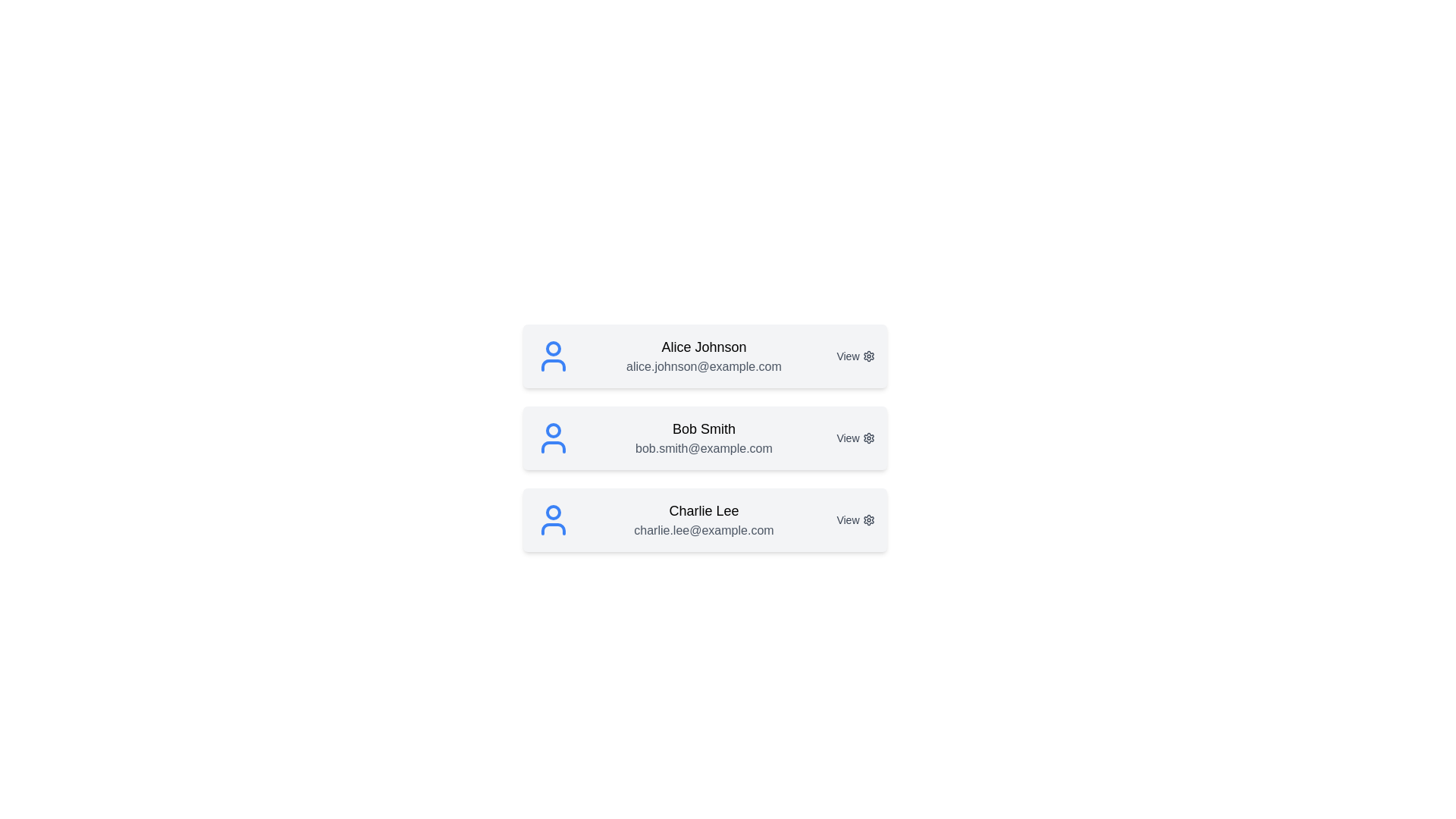  What do you see at coordinates (868, 519) in the screenshot?
I see `the settings gear icon, which is a small circular gear icon with visible teeth, located to the right of the 'View' text area in the row for 'Charlie Lee'` at bounding box center [868, 519].